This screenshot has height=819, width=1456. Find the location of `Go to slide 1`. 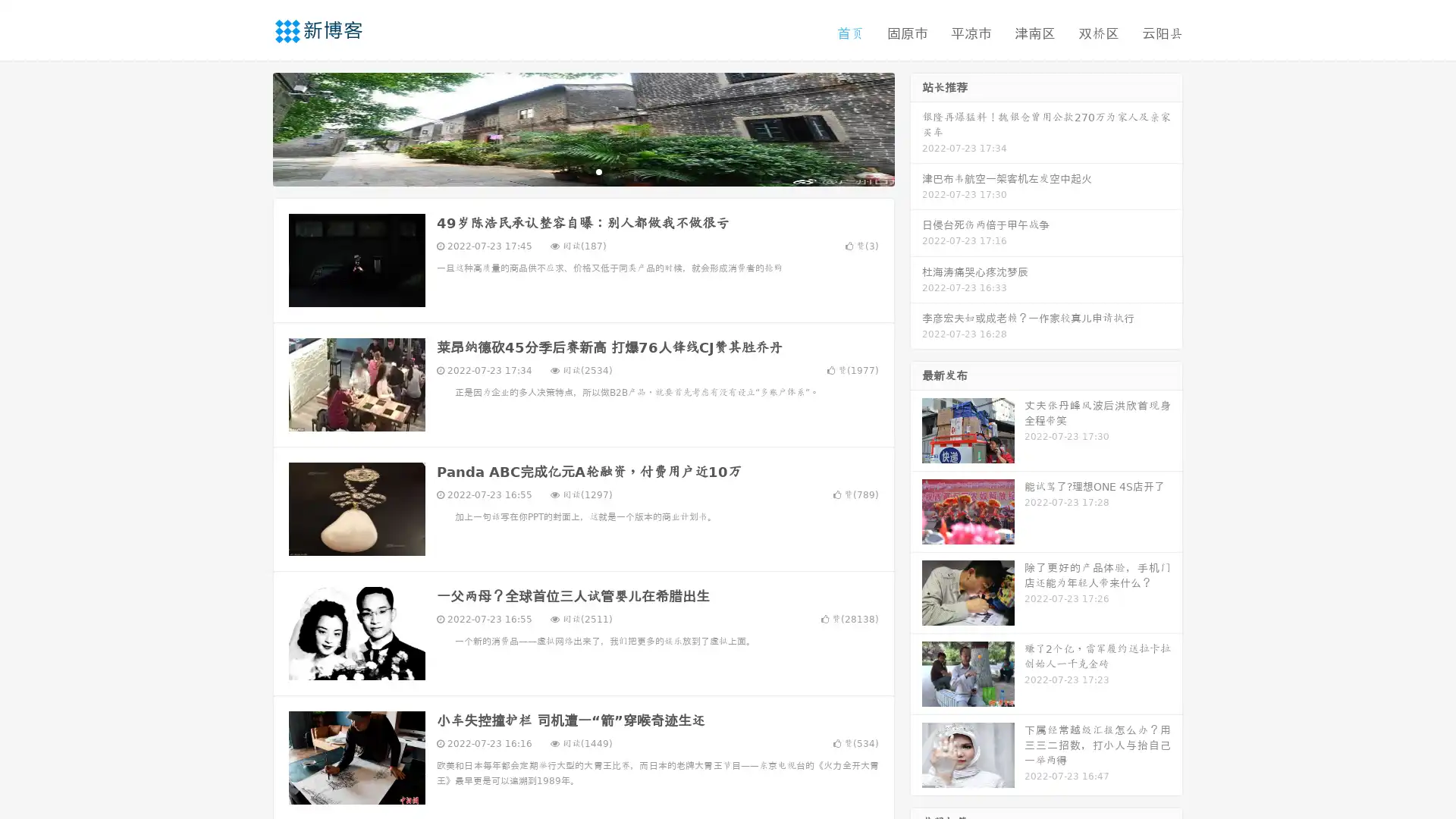

Go to slide 1 is located at coordinates (567, 171).